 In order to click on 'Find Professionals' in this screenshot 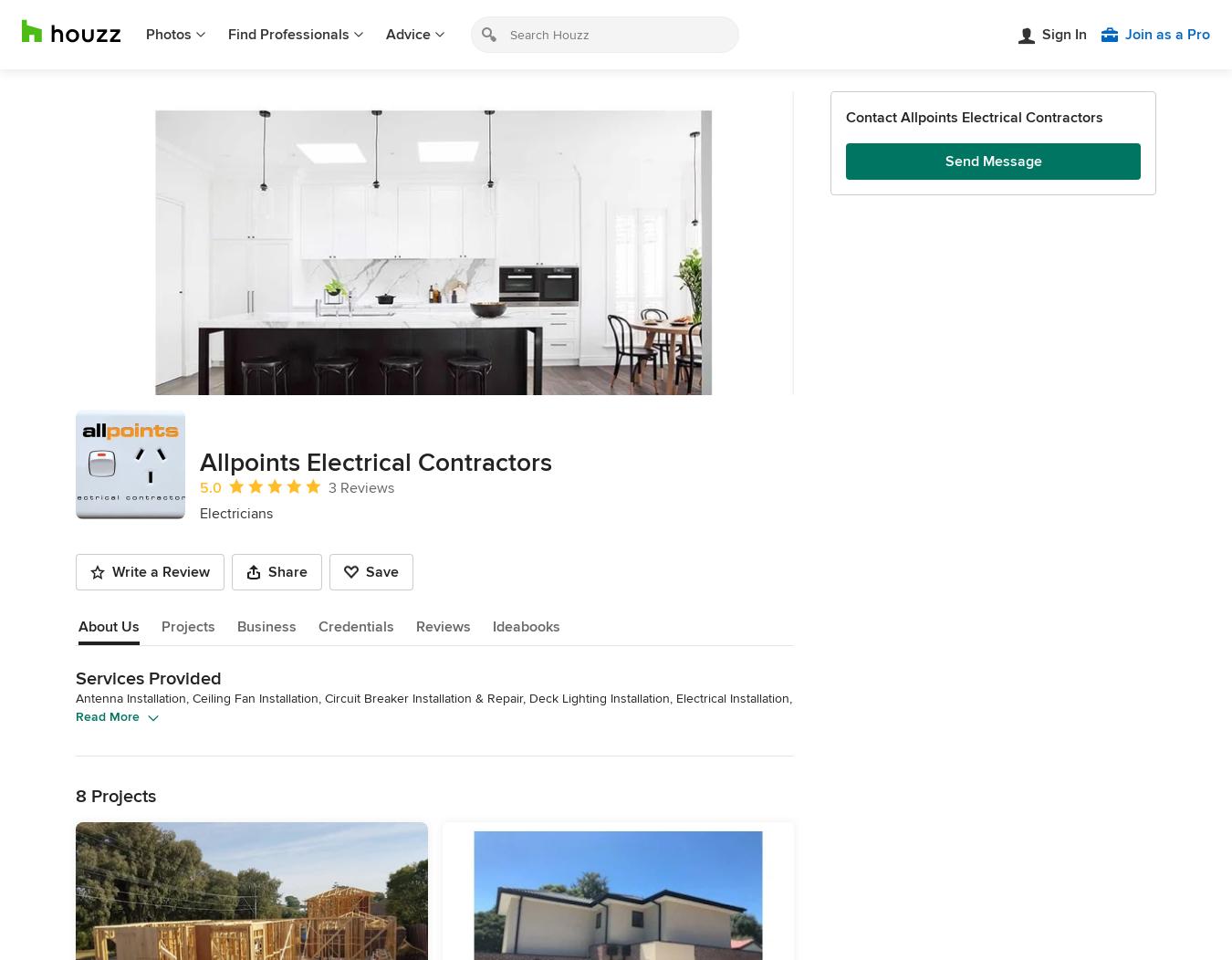, I will do `click(287, 34)`.